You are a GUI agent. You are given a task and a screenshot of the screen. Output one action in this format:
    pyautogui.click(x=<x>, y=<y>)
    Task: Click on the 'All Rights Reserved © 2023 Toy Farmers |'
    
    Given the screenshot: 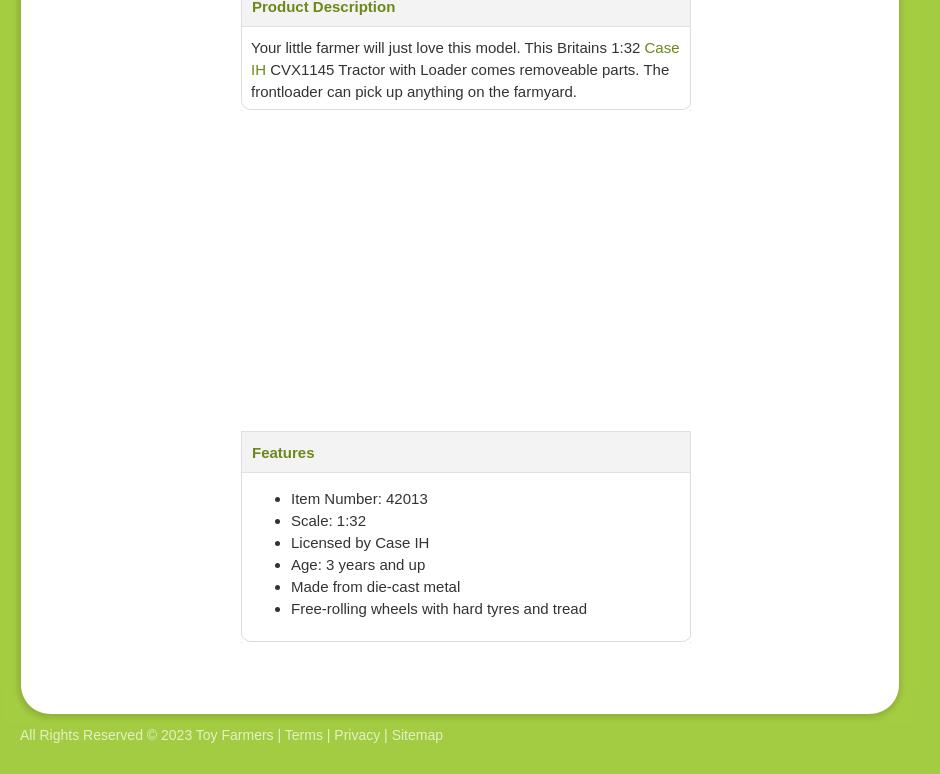 What is the action you would take?
    pyautogui.click(x=150, y=734)
    